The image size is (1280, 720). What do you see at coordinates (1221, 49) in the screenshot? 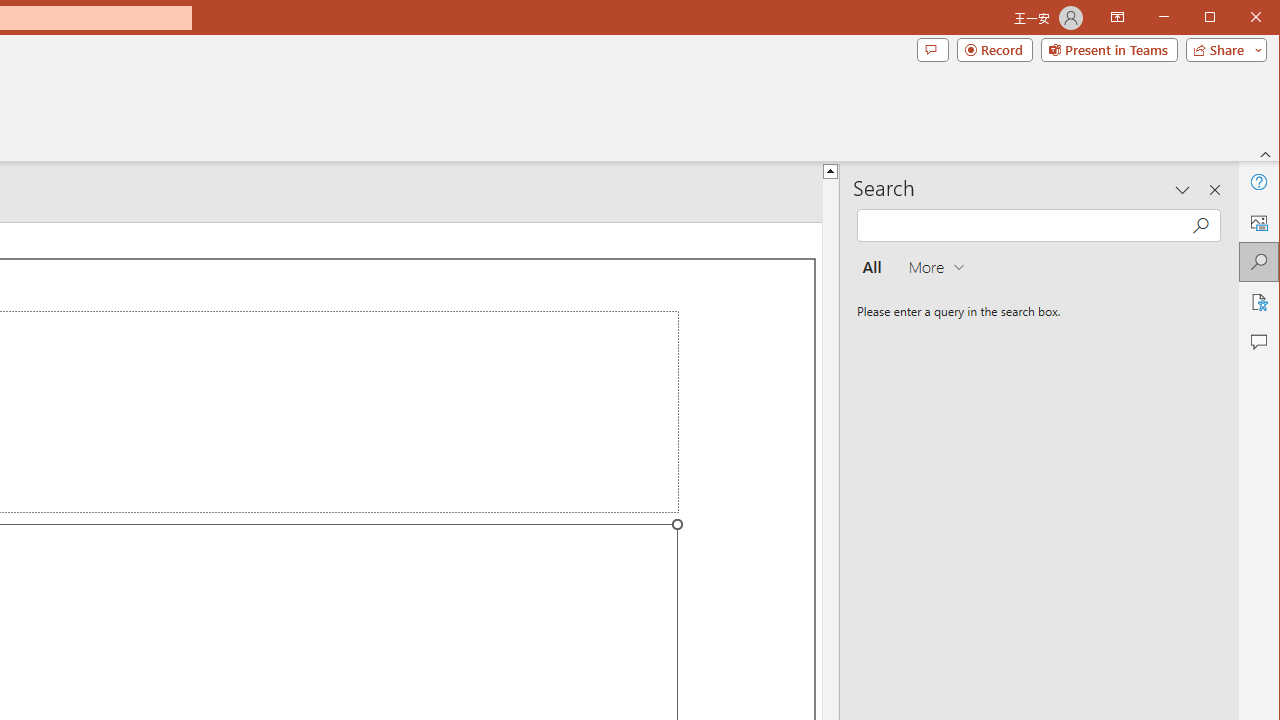
I see `'Share'` at bounding box center [1221, 49].